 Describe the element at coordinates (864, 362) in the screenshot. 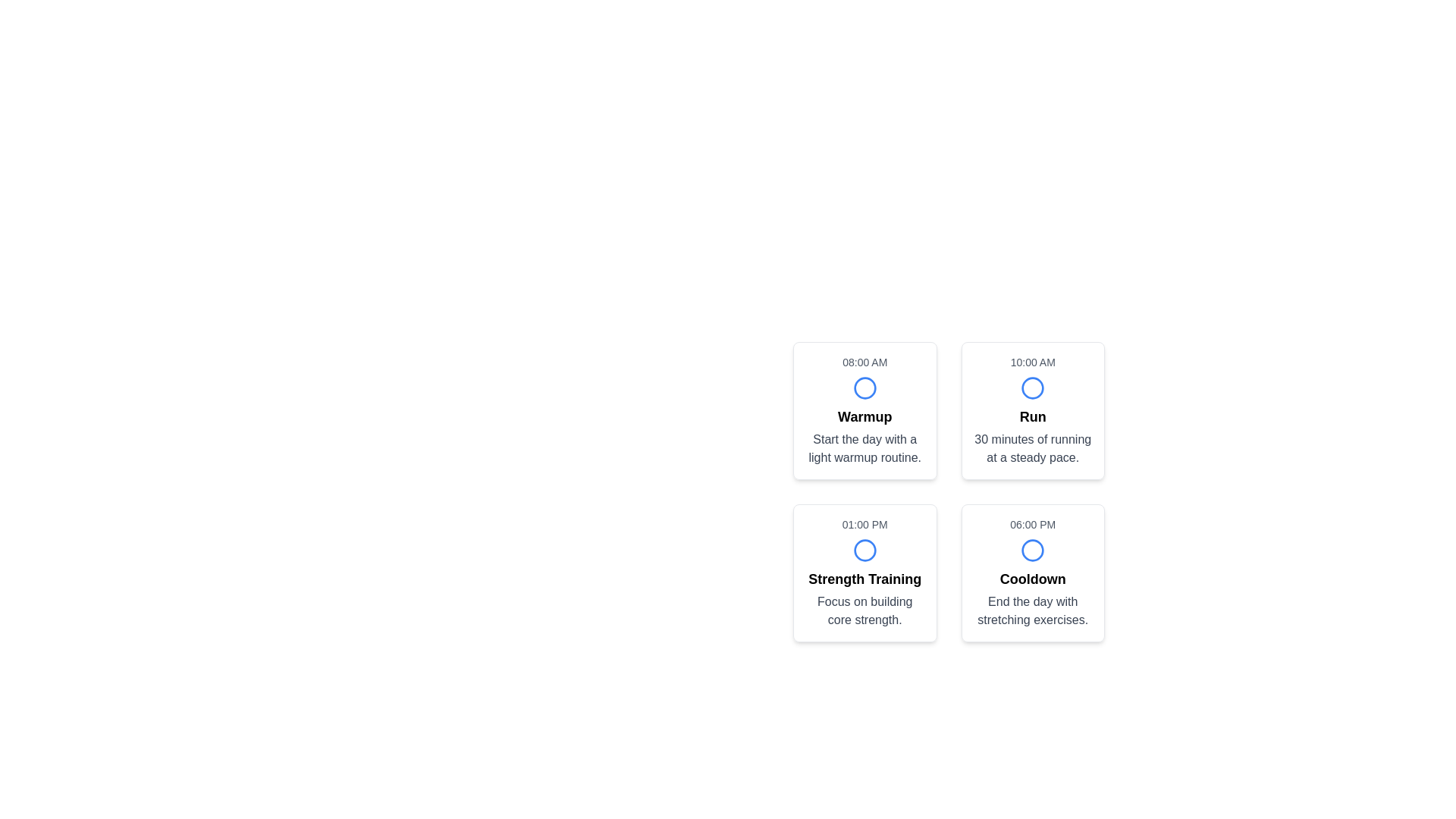

I see `the text label displaying '08:00 AM' which is located at the top of the 'Warmup' card in the upper-left corner of the grid layout` at that location.